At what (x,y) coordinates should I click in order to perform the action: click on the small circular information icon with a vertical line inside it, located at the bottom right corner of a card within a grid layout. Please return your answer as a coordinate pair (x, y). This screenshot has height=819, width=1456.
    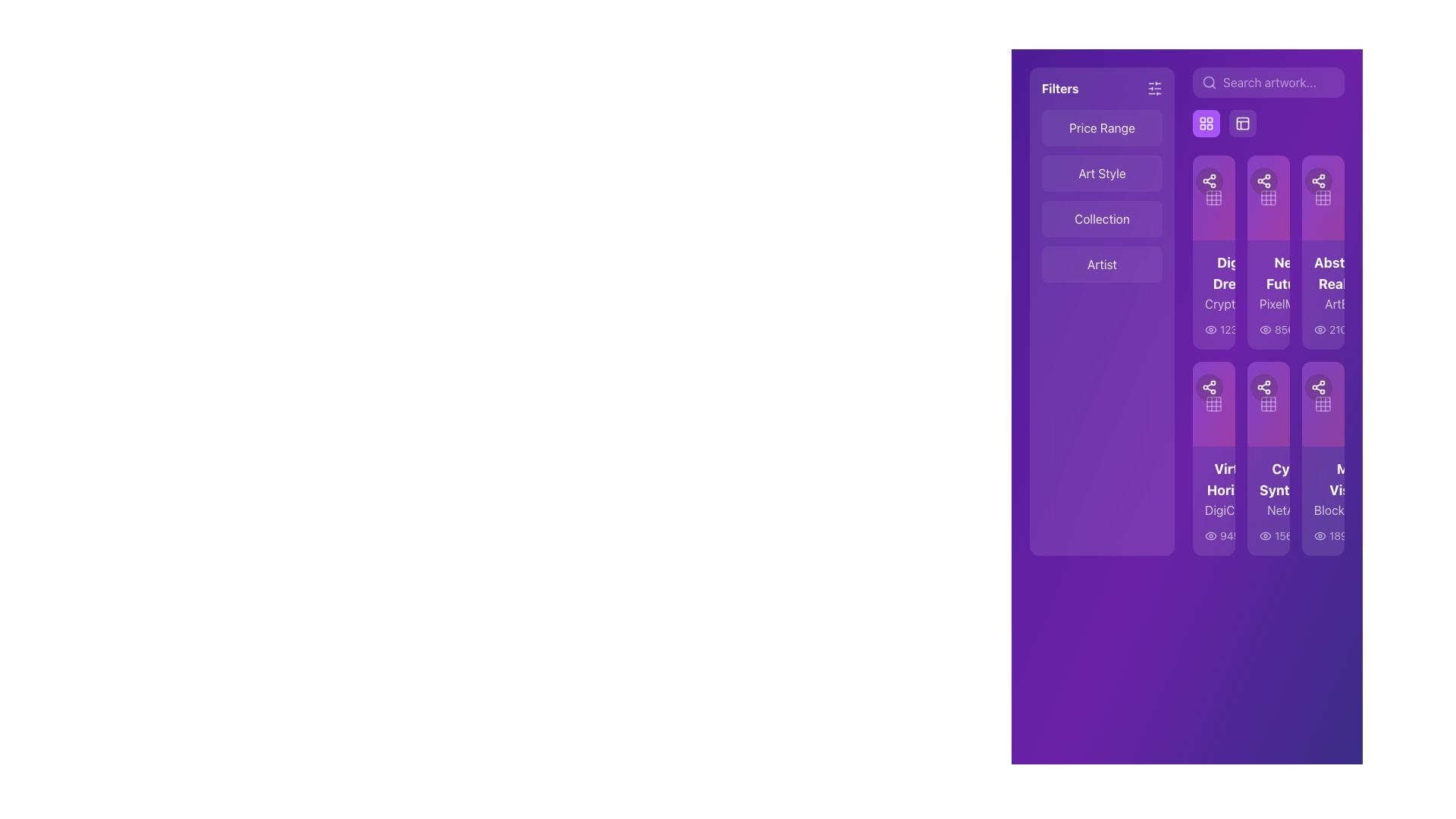
    Looking at the image, I should click on (1337, 535).